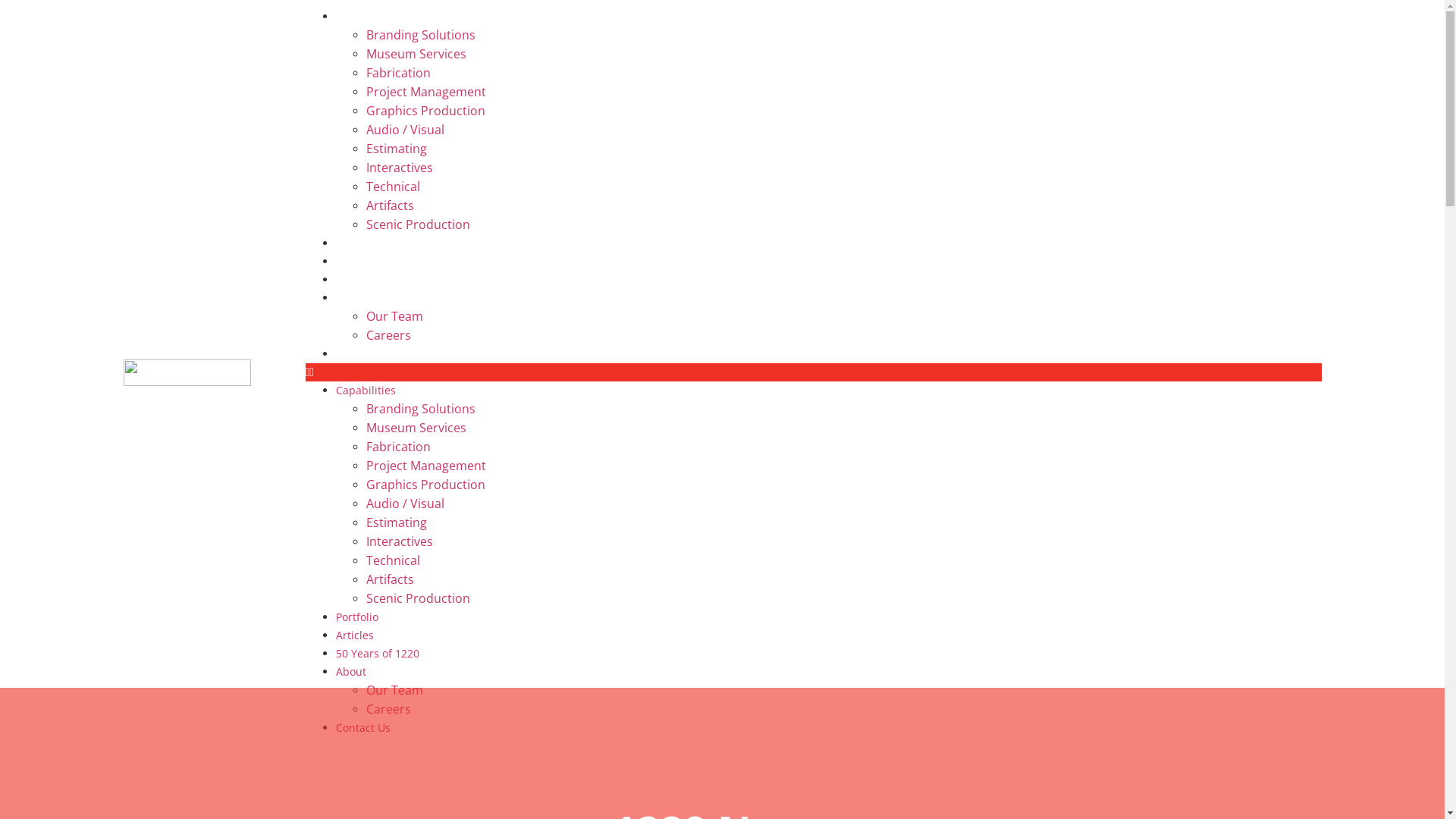 This screenshot has width=1456, height=819. Describe the element at coordinates (399, 167) in the screenshot. I see `'Interactives'` at that location.